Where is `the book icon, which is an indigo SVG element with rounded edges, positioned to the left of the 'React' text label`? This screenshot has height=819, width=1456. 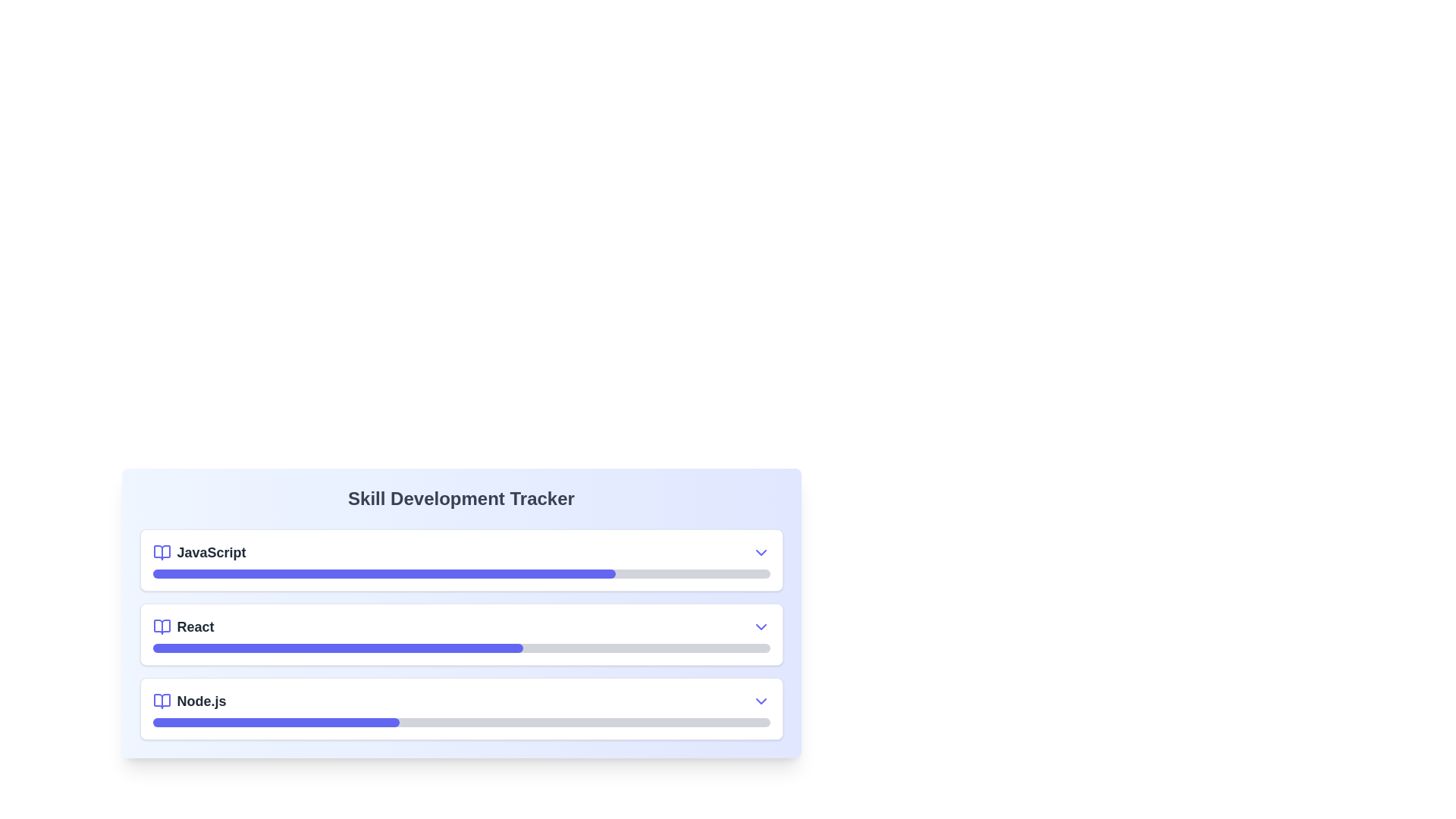 the book icon, which is an indigo SVG element with rounded edges, positioned to the left of the 'React' text label is located at coordinates (162, 626).